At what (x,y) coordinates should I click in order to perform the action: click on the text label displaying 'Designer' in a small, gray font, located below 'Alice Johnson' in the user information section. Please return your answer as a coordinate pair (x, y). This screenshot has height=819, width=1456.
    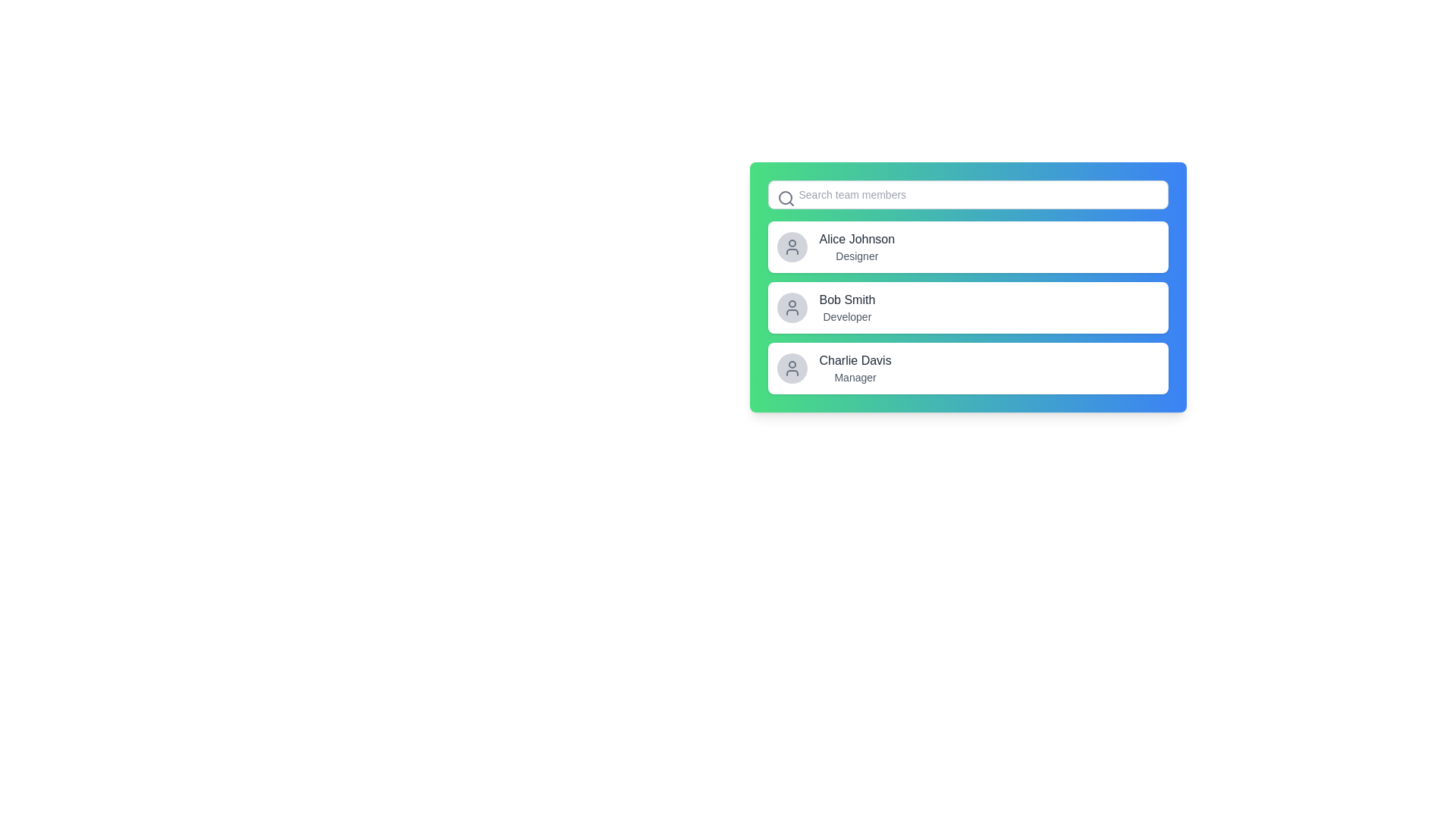
    Looking at the image, I should click on (857, 256).